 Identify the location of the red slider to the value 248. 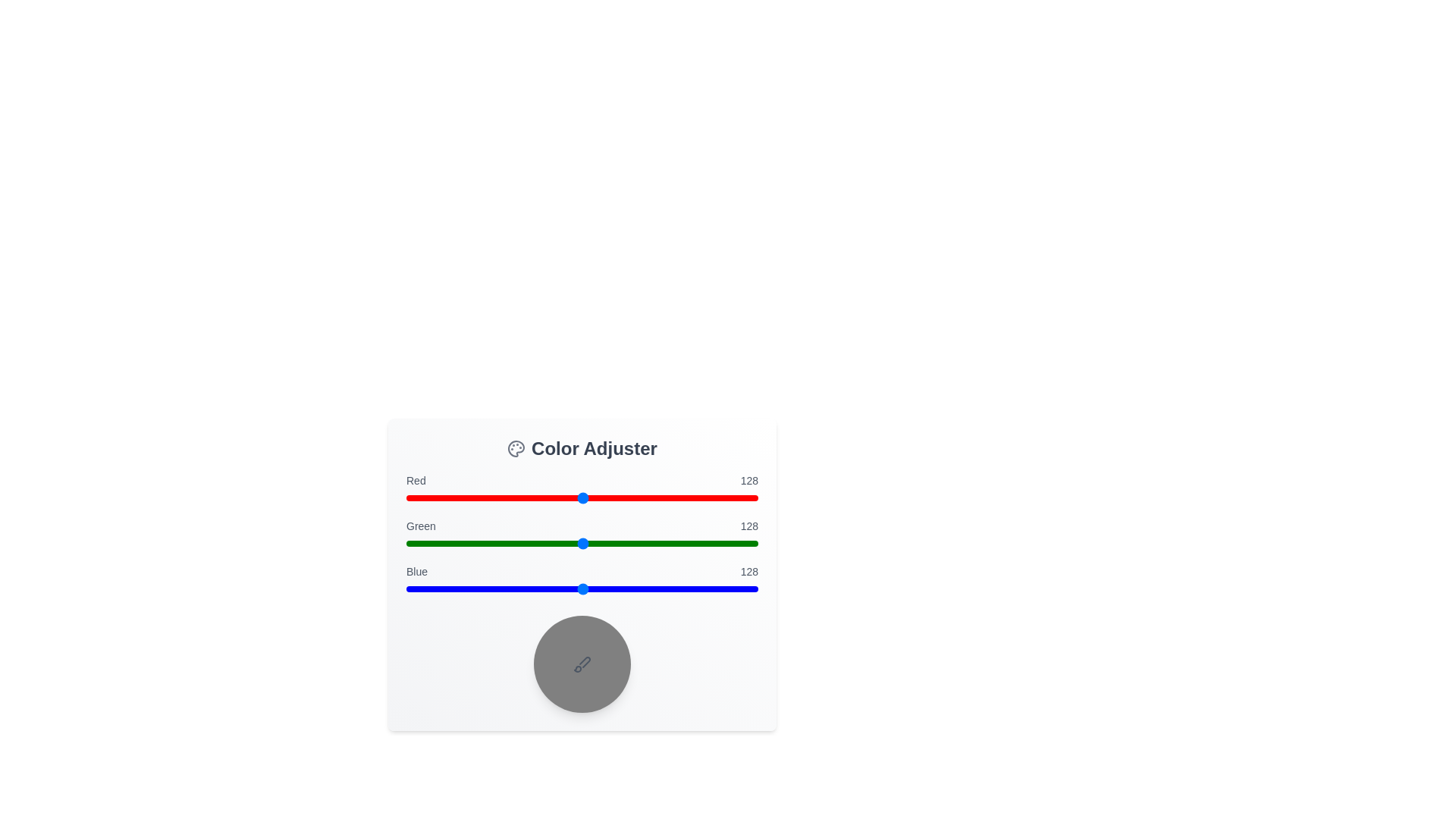
(748, 497).